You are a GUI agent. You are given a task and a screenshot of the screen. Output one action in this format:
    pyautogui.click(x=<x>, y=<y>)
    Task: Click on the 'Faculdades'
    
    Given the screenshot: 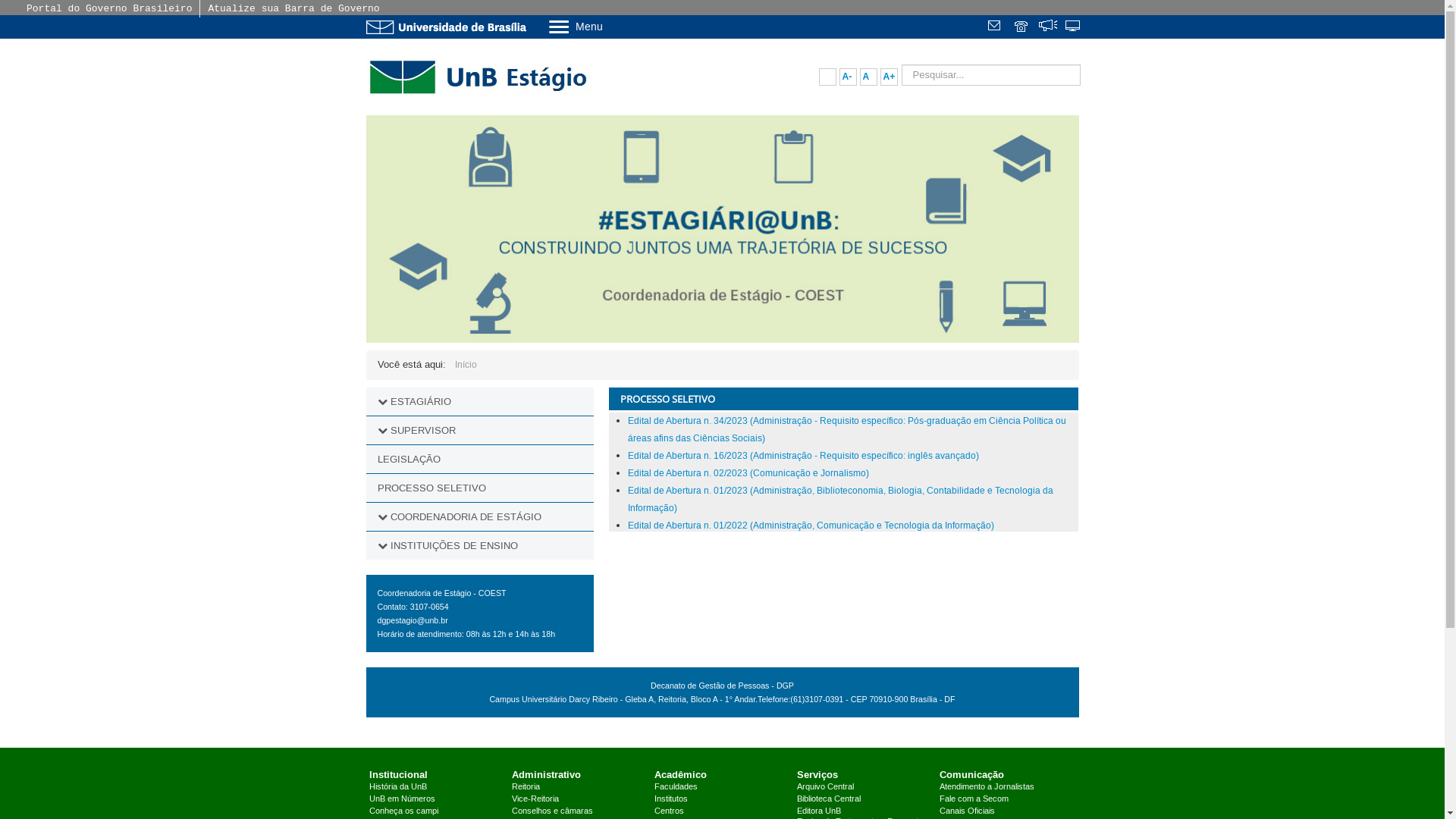 What is the action you would take?
    pyautogui.click(x=675, y=786)
    